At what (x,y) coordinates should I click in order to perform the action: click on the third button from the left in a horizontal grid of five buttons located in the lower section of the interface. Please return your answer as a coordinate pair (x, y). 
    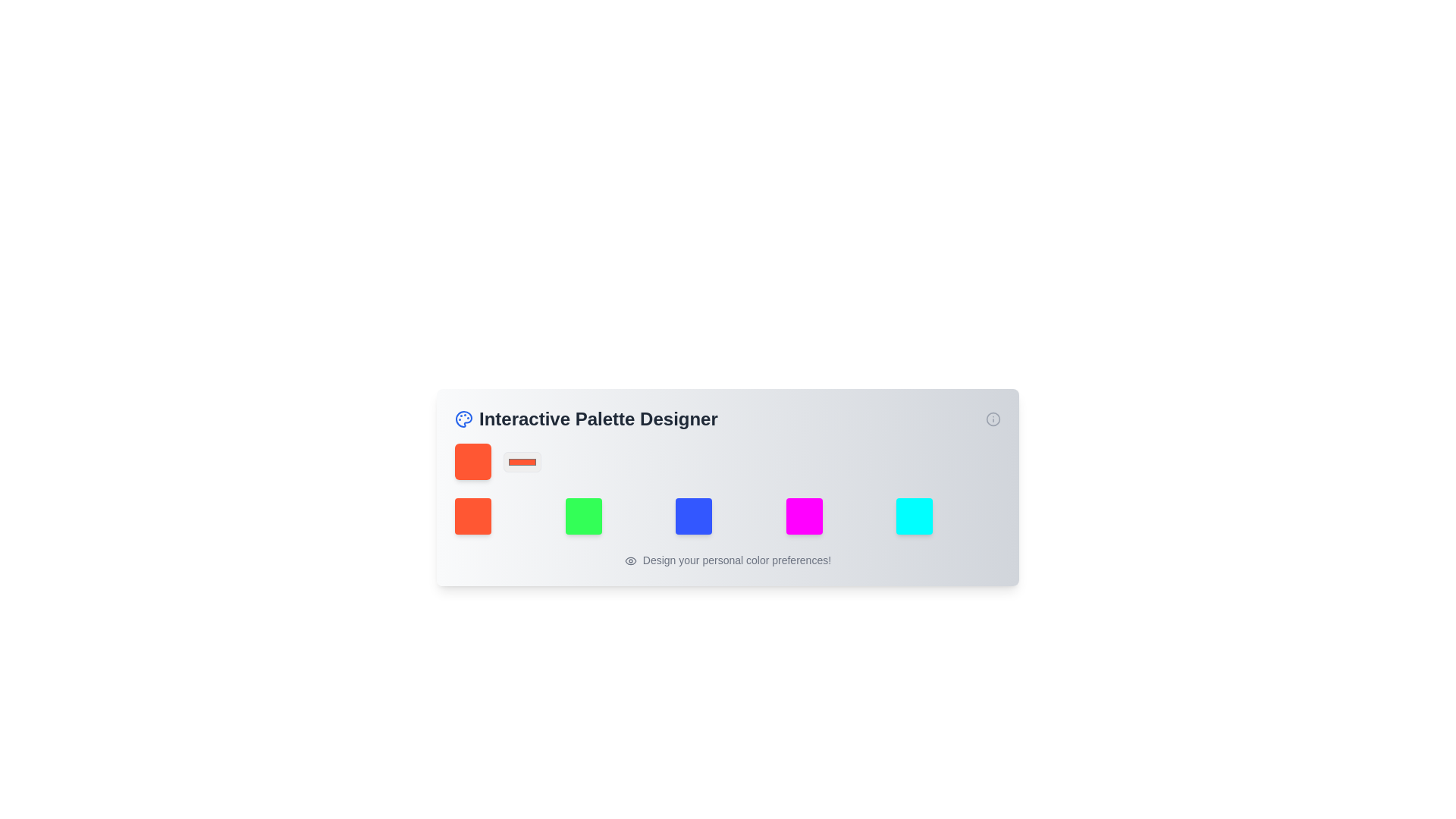
    Looking at the image, I should click on (693, 516).